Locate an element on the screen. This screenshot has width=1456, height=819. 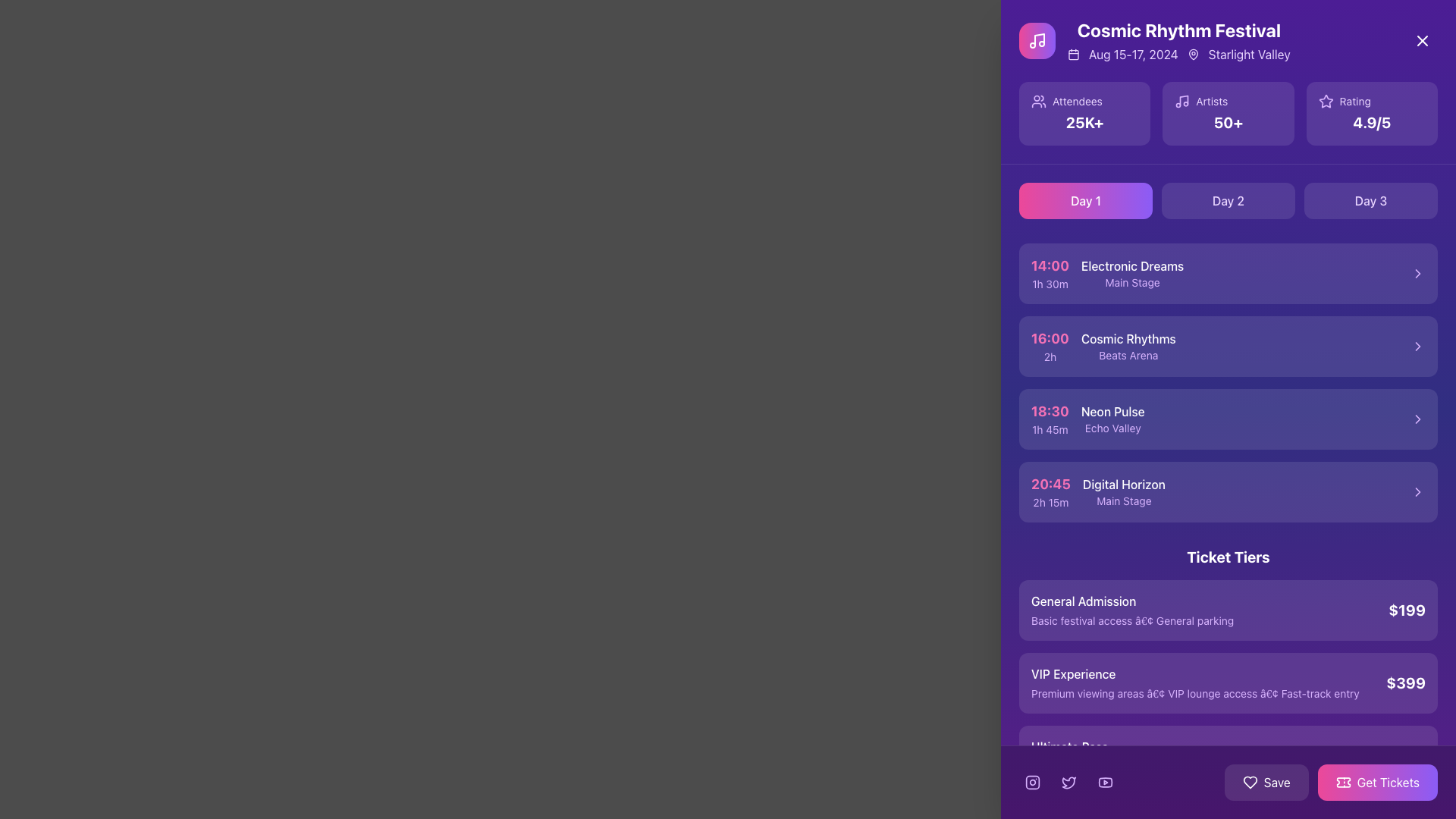
the static text displaying the cost of the 'VIP Experience' ticket, which is the second price listed in the 'Ticket Tiers' section is located at coordinates (1405, 683).